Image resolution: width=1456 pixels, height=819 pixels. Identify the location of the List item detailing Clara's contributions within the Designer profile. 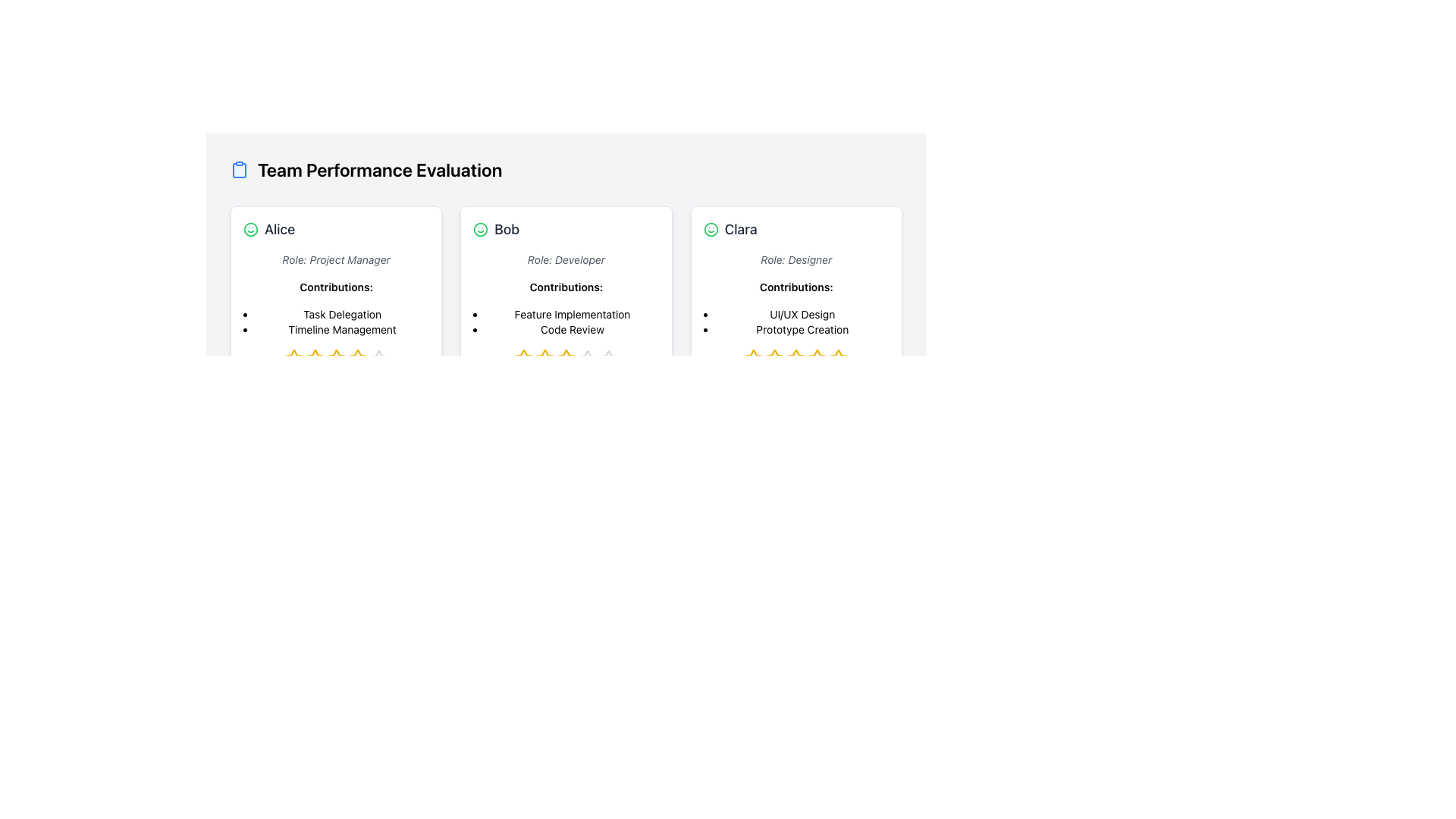
(802, 321).